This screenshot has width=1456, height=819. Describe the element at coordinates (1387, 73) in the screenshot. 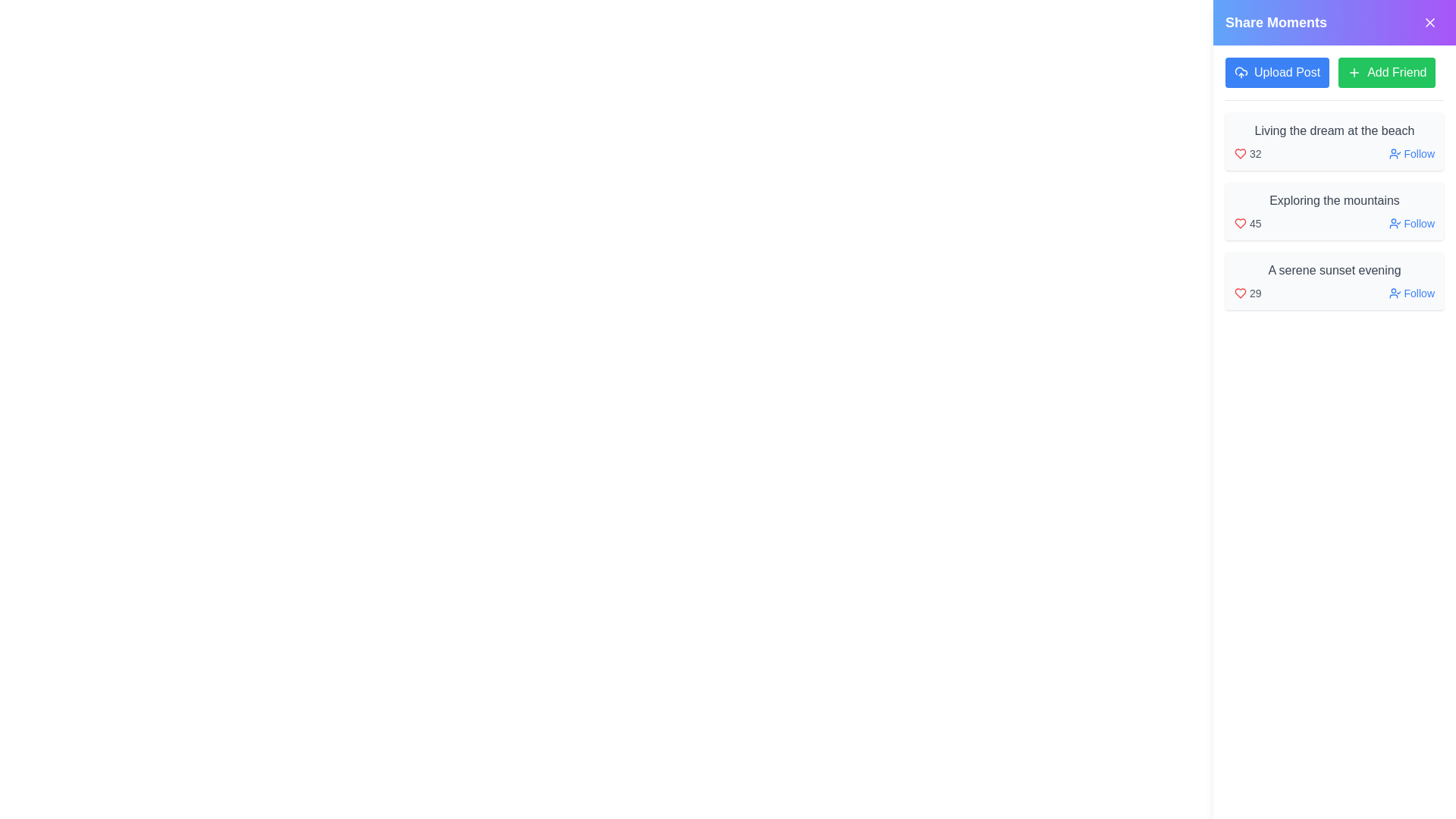

I see `the green 'Add Friend' button` at that location.